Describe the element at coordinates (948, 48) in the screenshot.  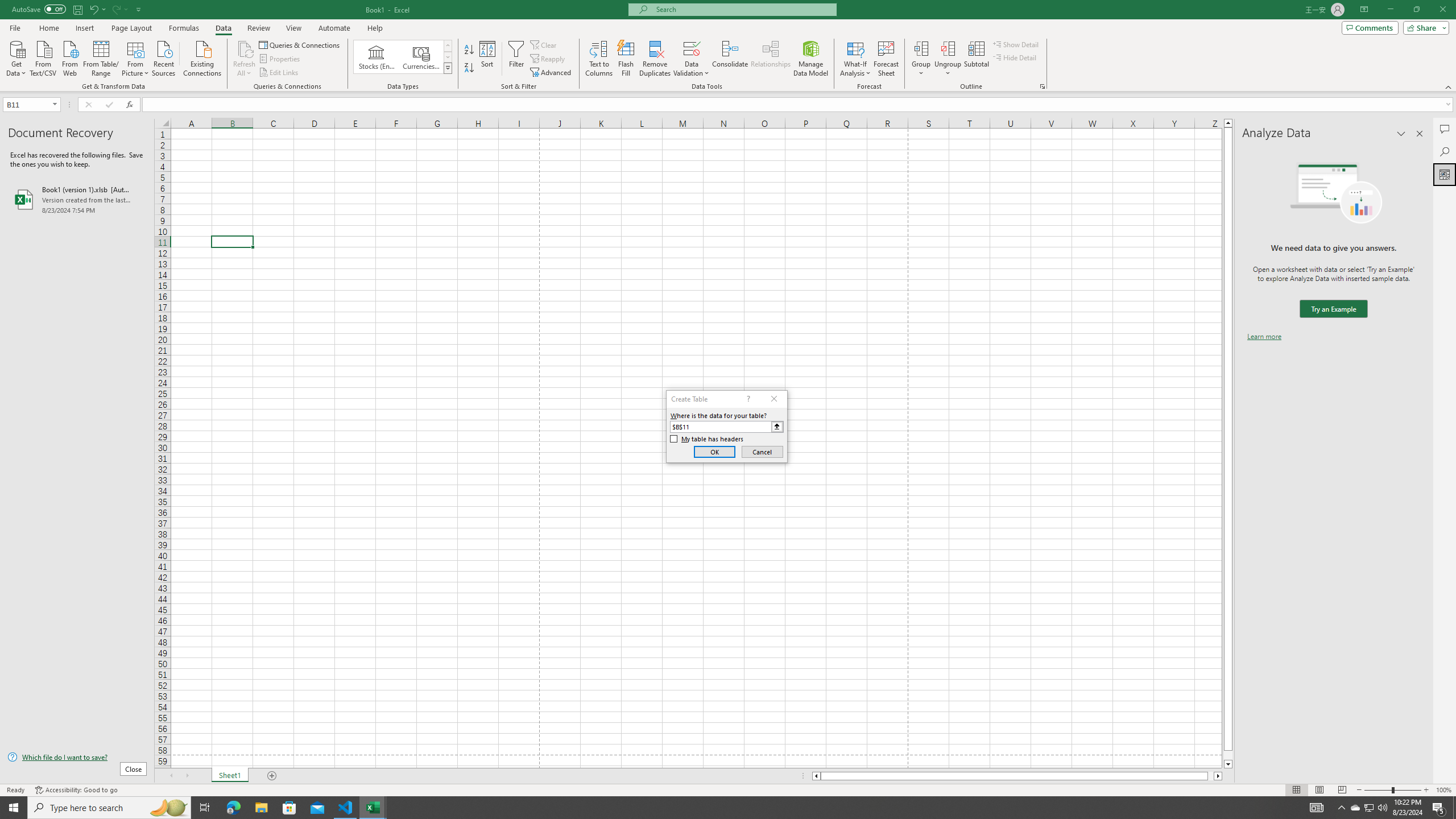
I see `'Ungroup...'` at that location.